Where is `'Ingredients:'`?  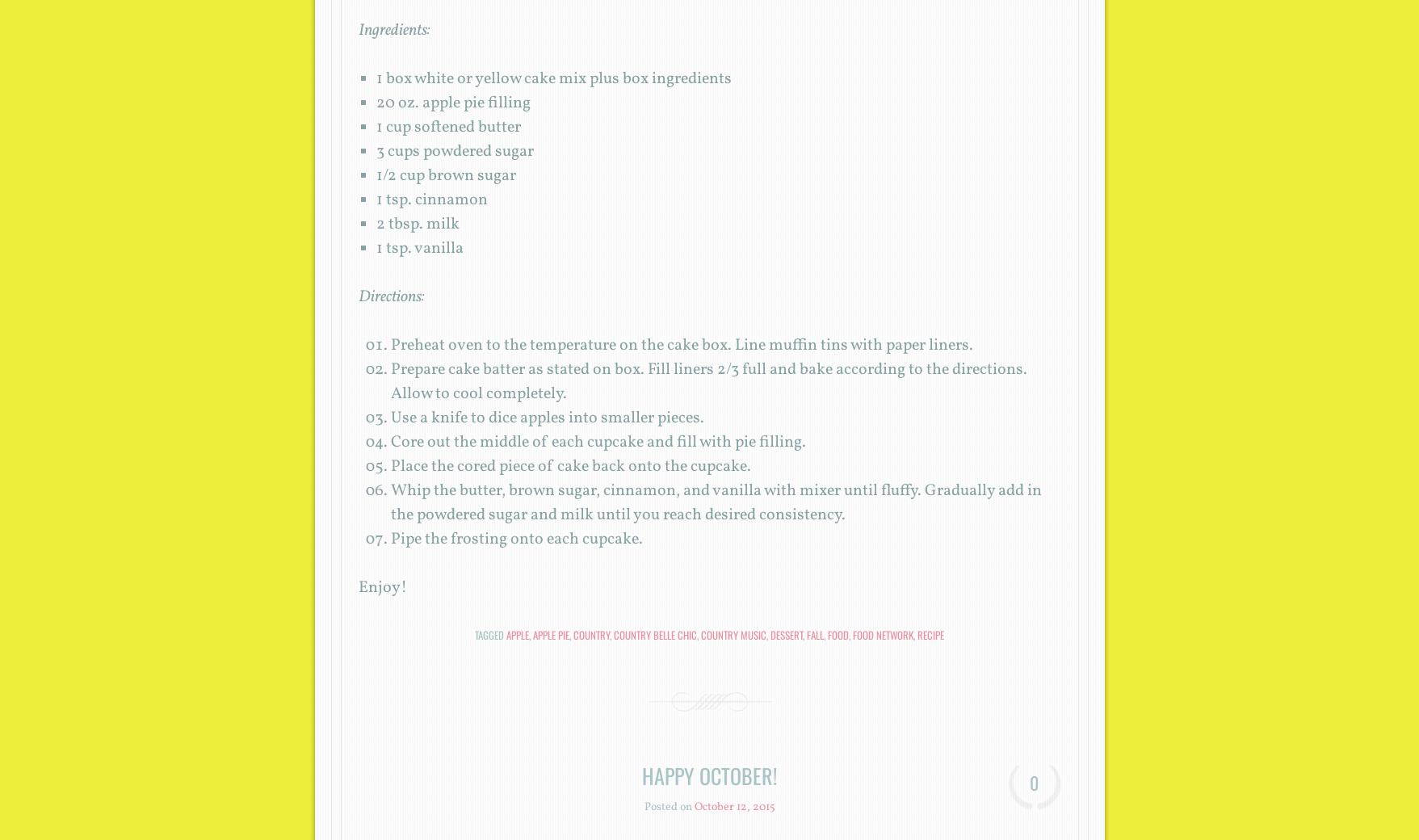
'Ingredients:' is located at coordinates (356, 29).